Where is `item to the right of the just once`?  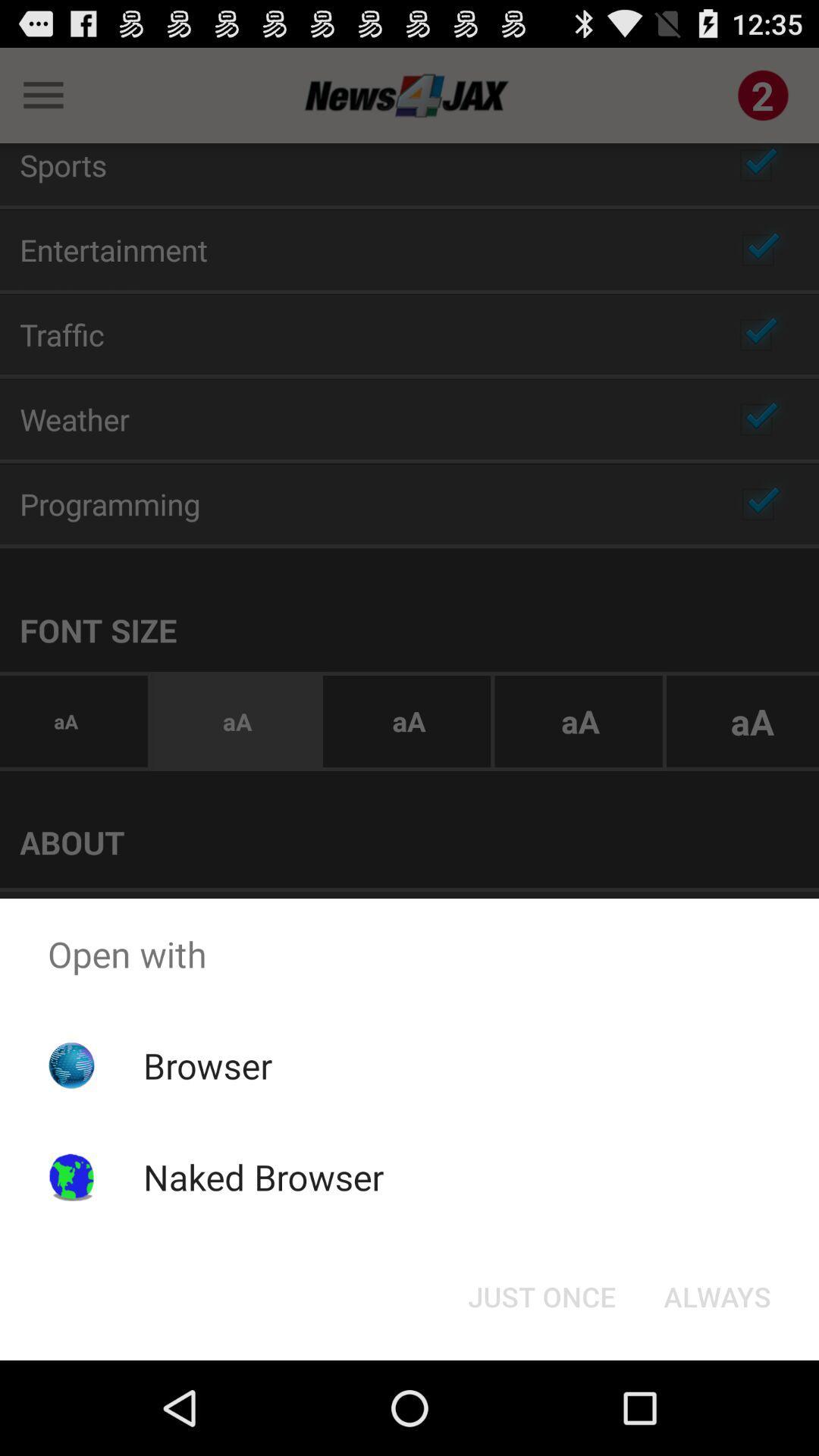
item to the right of the just once is located at coordinates (717, 1295).